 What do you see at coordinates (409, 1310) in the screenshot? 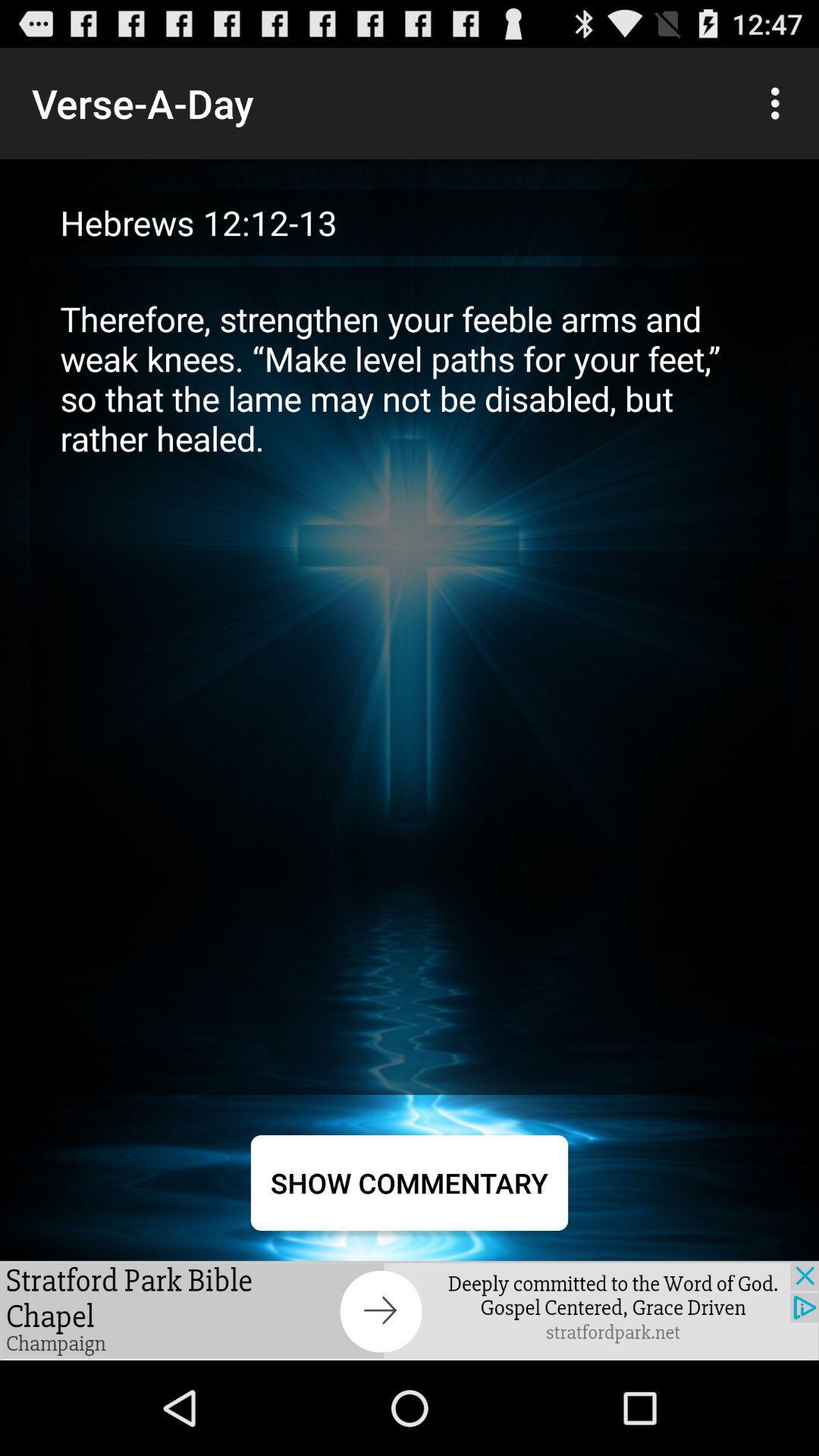
I see `clickable advertisement` at bounding box center [409, 1310].